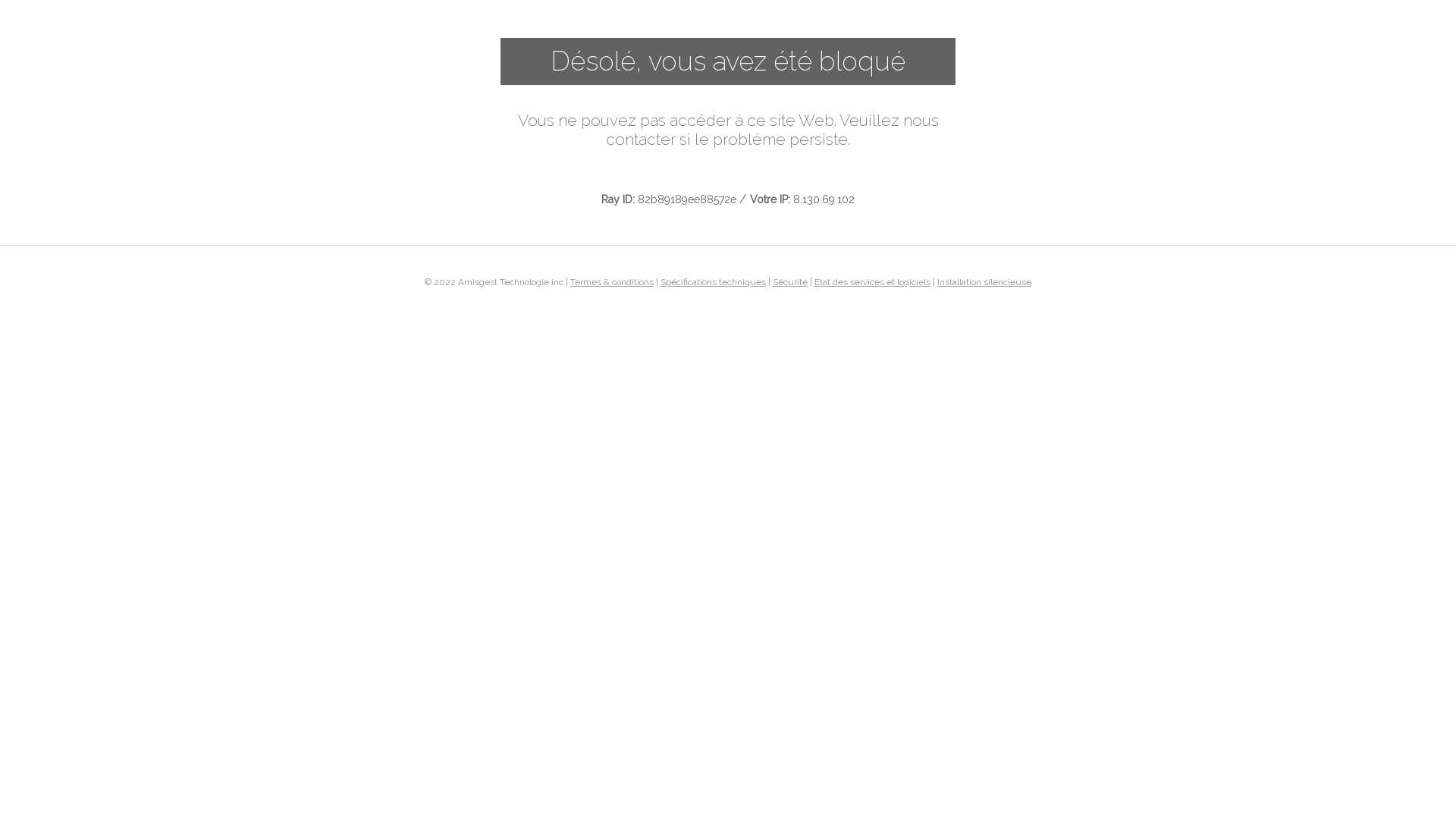 The image size is (1456, 819). Describe the element at coordinates (611, 281) in the screenshot. I see `'Termes & conditions'` at that location.